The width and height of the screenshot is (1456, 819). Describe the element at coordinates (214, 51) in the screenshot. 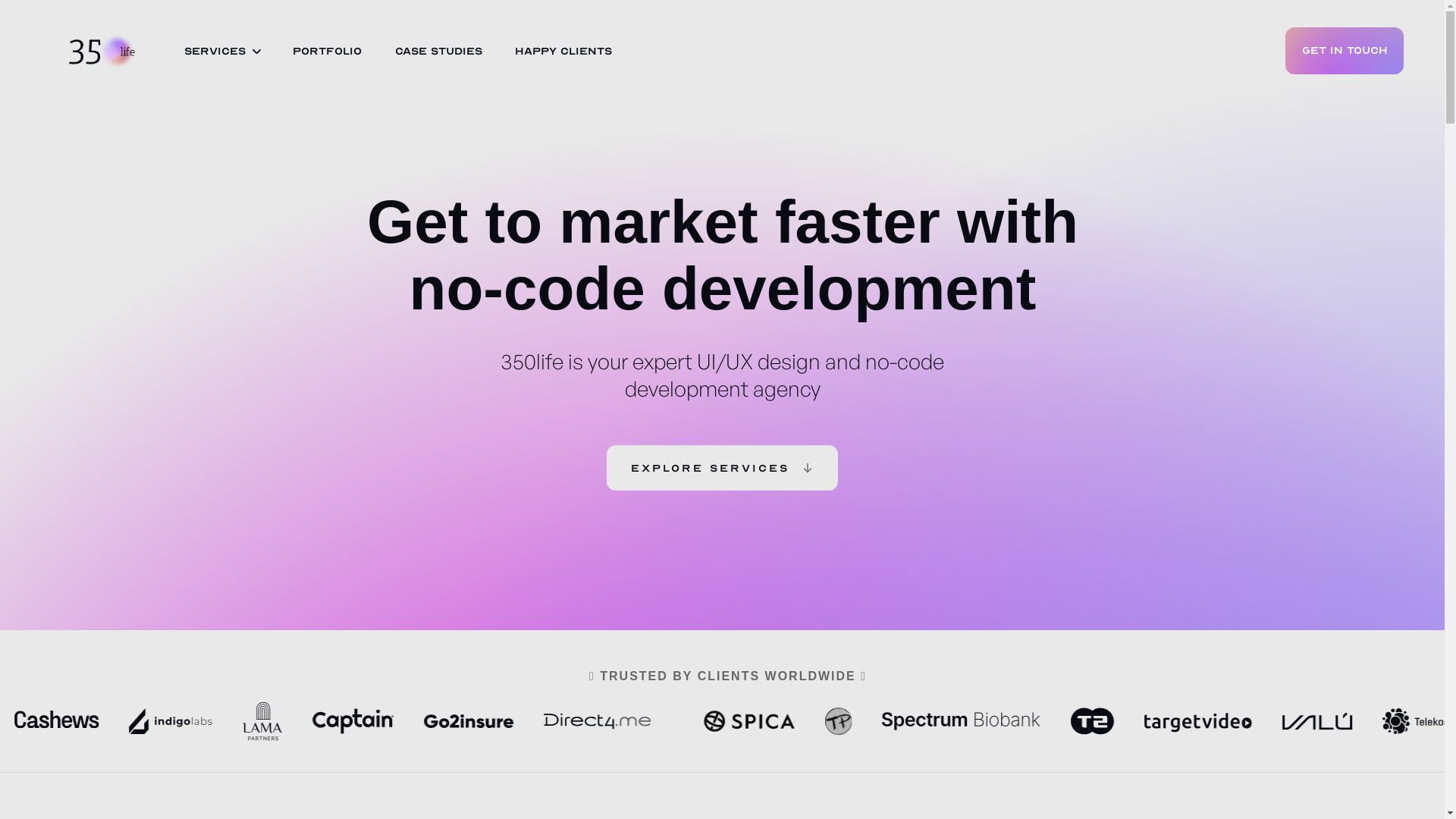

I see `'SERVICES'` at that location.